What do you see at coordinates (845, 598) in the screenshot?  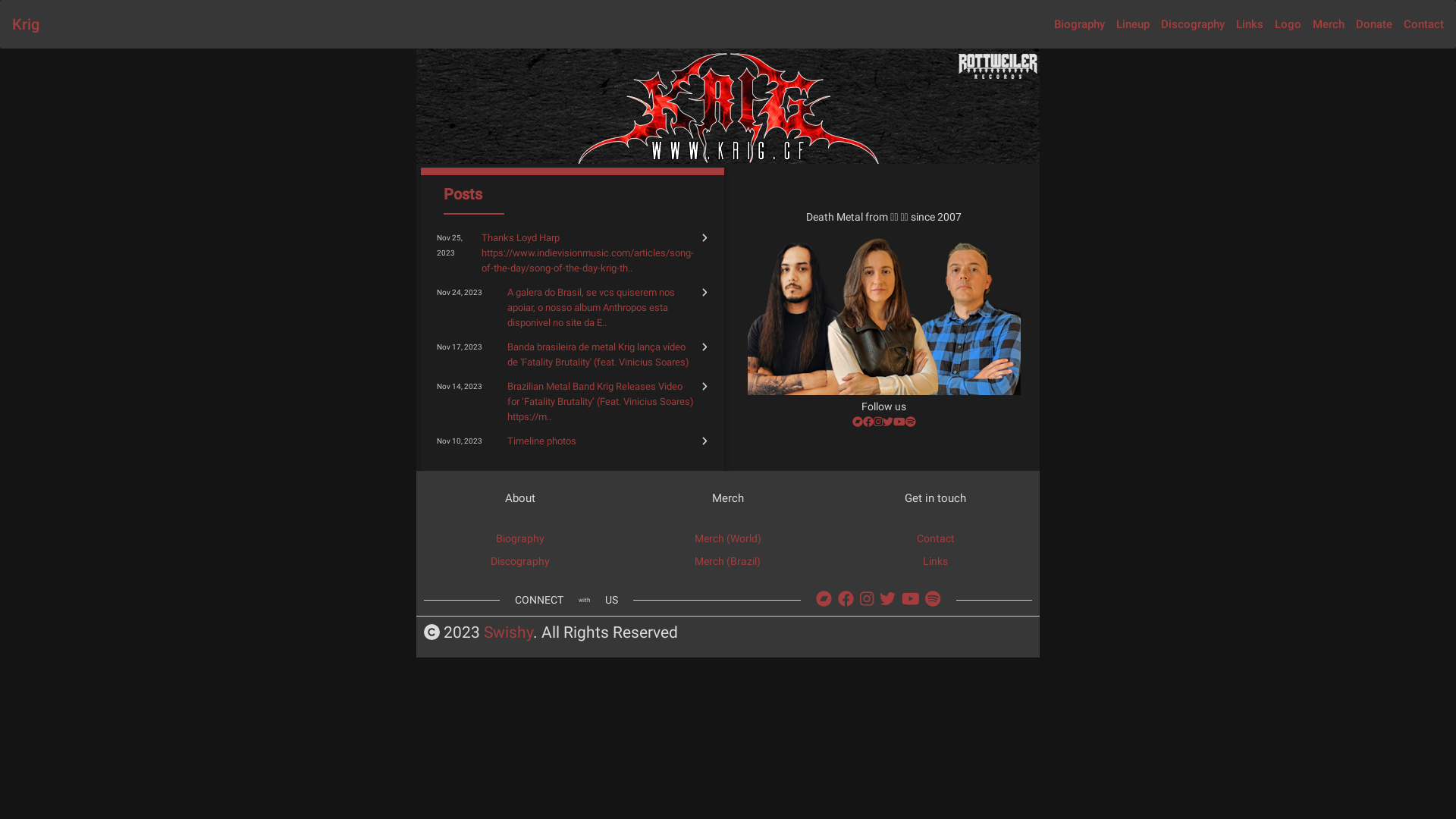 I see `'Facebook'` at bounding box center [845, 598].